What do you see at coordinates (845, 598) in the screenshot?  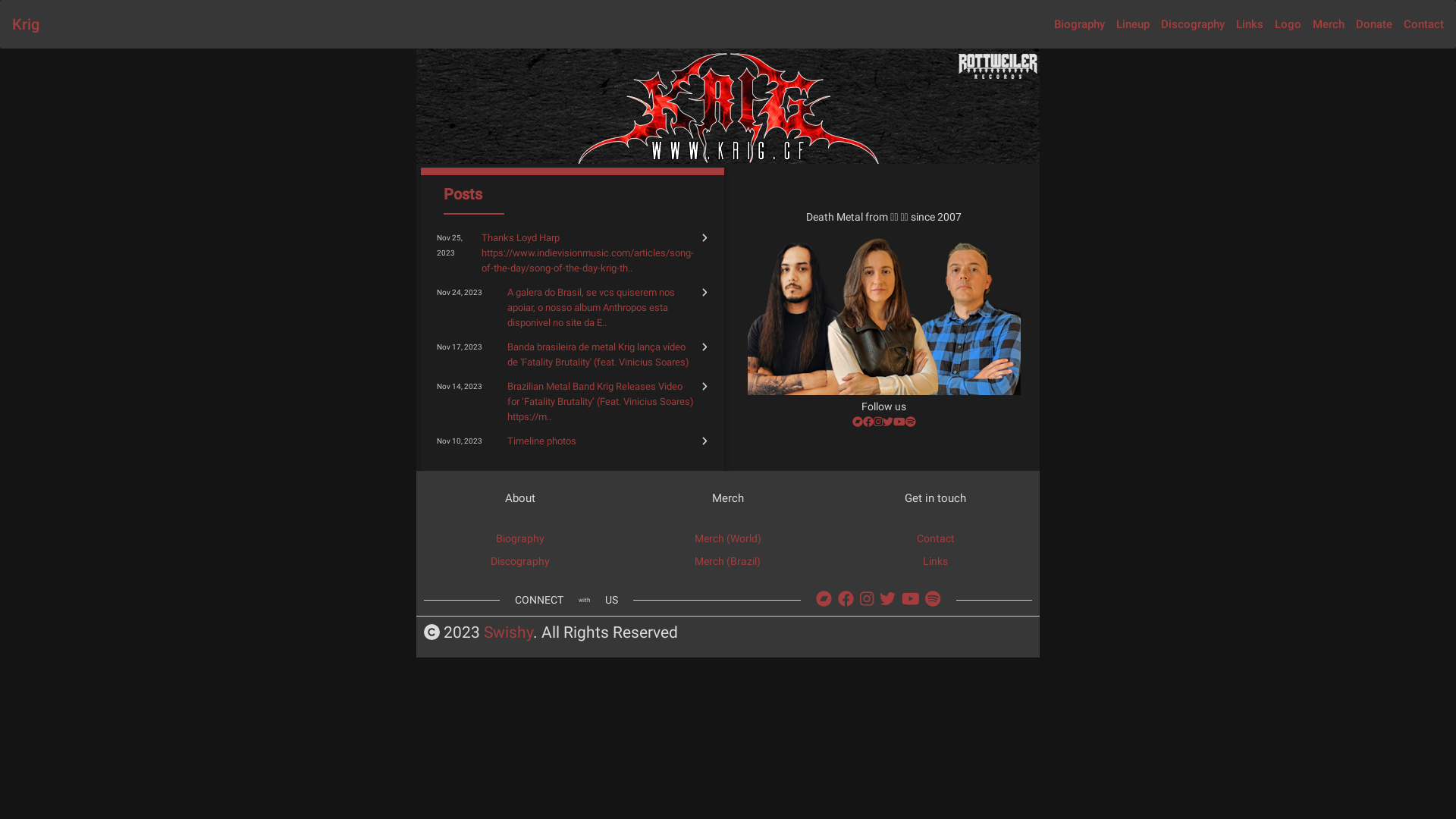 I see `'Facebook'` at bounding box center [845, 598].